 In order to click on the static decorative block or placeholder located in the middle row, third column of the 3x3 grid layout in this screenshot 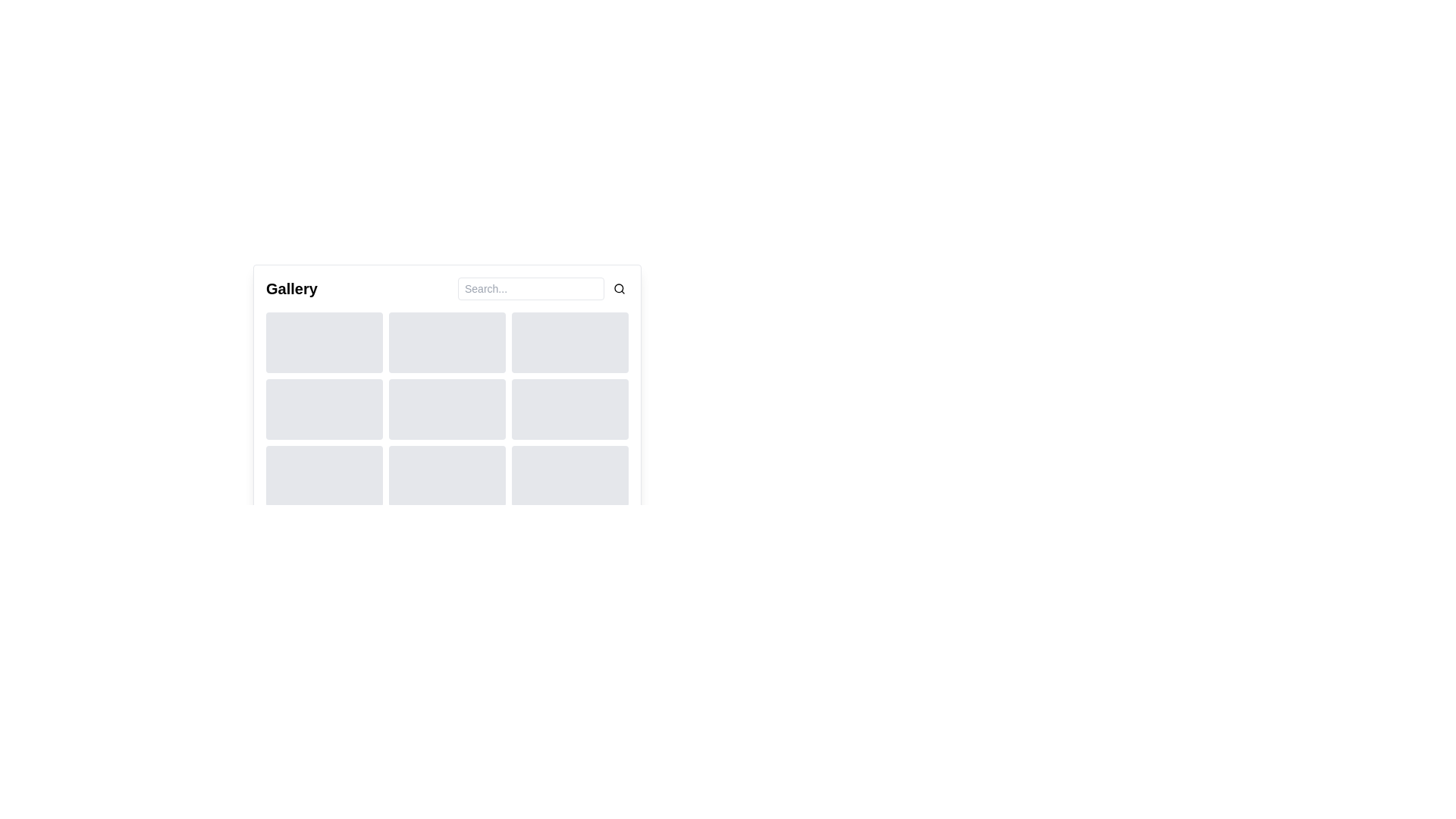, I will do `click(570, 409)`.